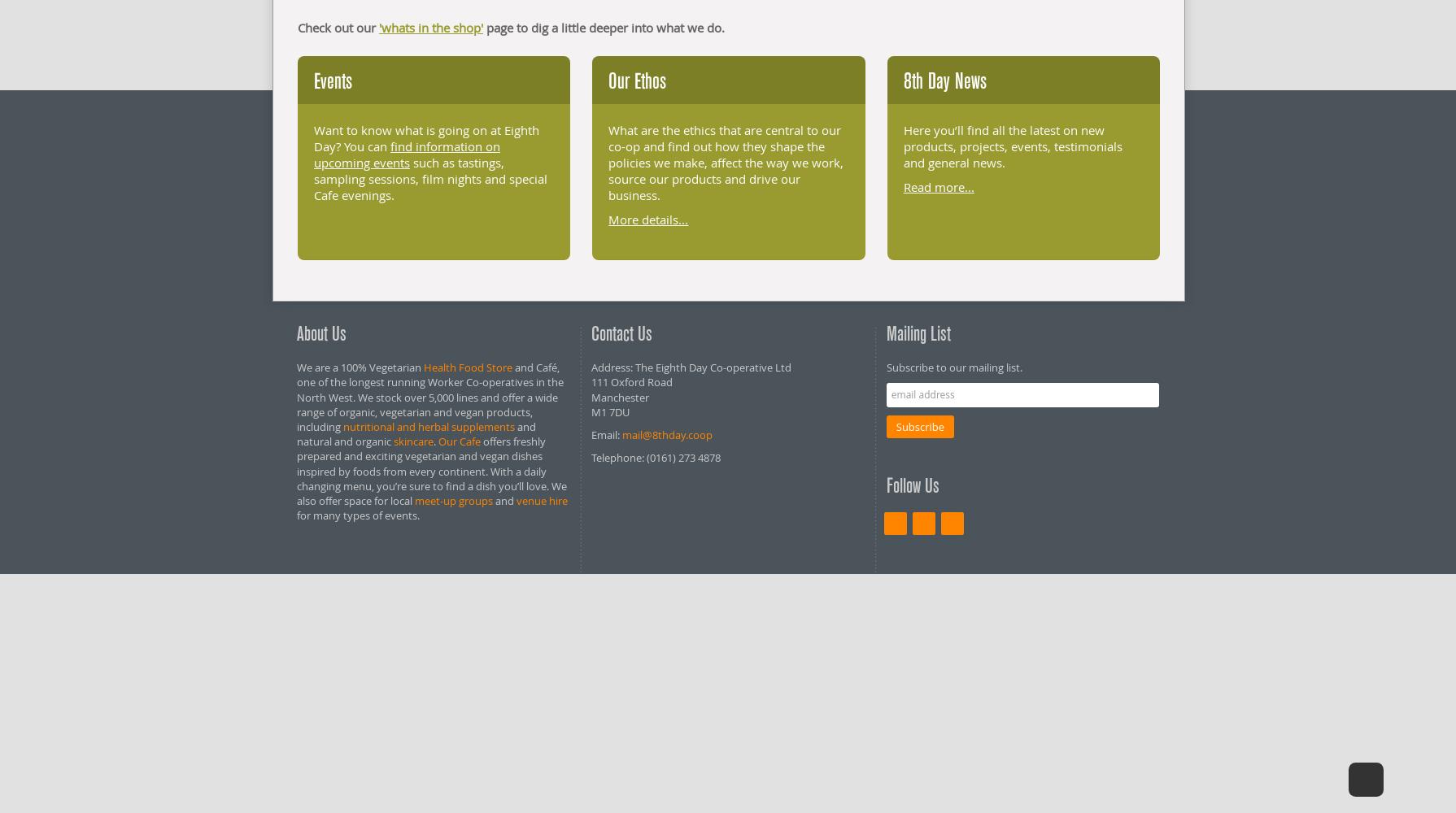 This screenshot has height=813, width=1456. What do you see at coordinates (608, 220) in the screenshot?
I see `'More details...'` at bounding box center [608, 220].